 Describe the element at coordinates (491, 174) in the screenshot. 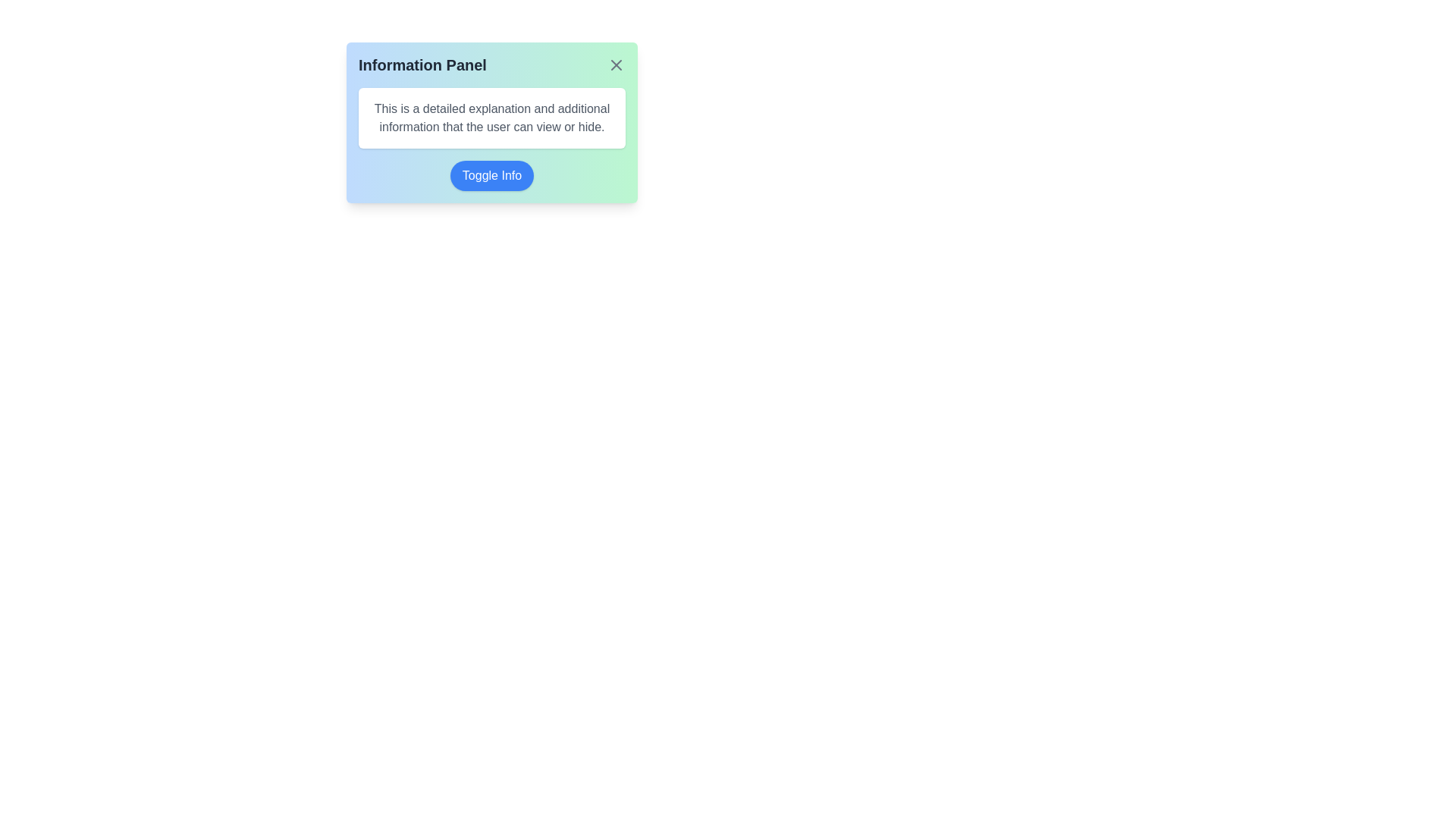

I see `the button at the bottom center of the 'Information Panel' modal dialog` at that location.